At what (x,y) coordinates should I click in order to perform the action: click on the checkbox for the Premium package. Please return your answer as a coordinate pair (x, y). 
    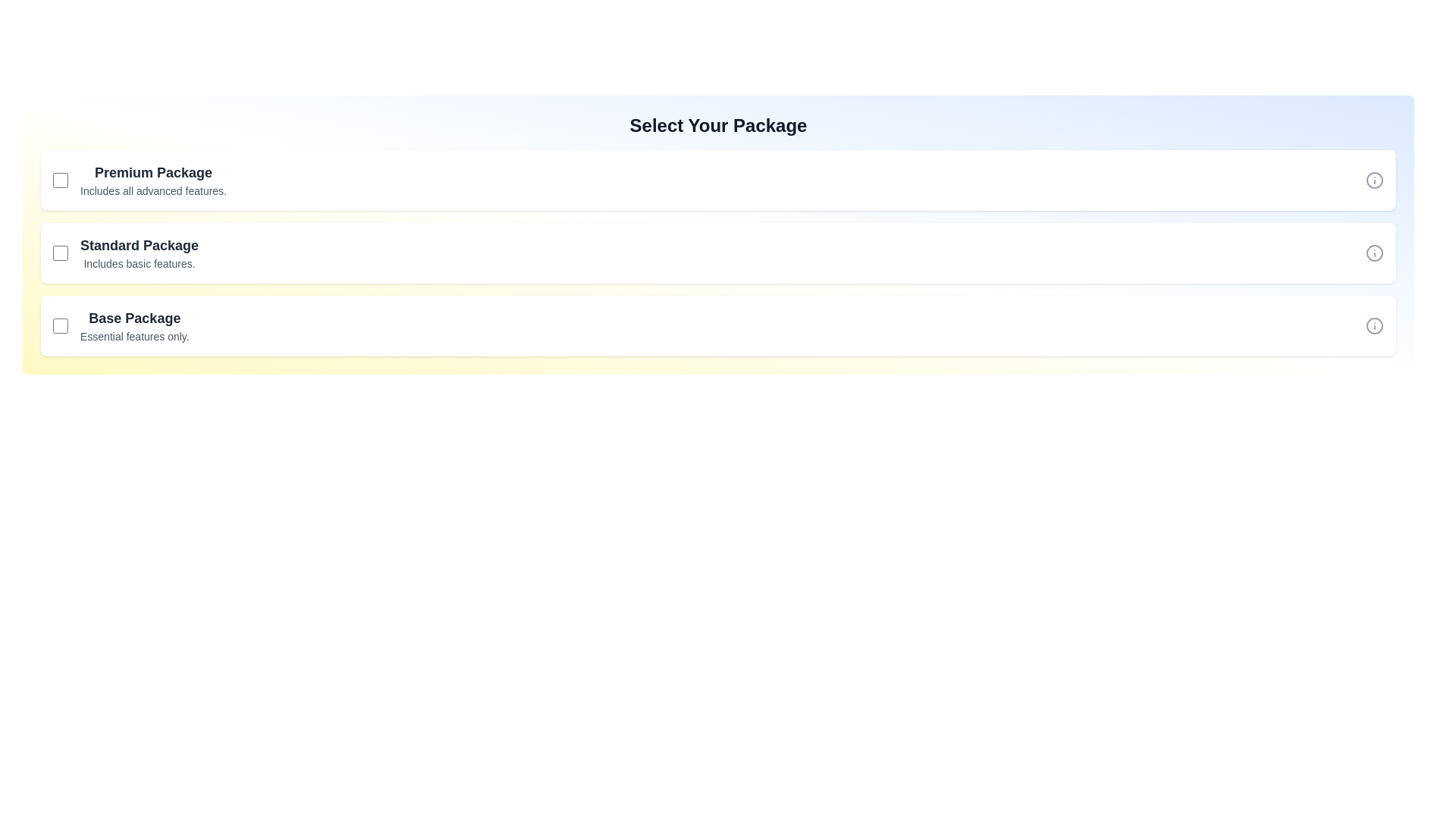
    Looking at the image, I should click on (61, 180).